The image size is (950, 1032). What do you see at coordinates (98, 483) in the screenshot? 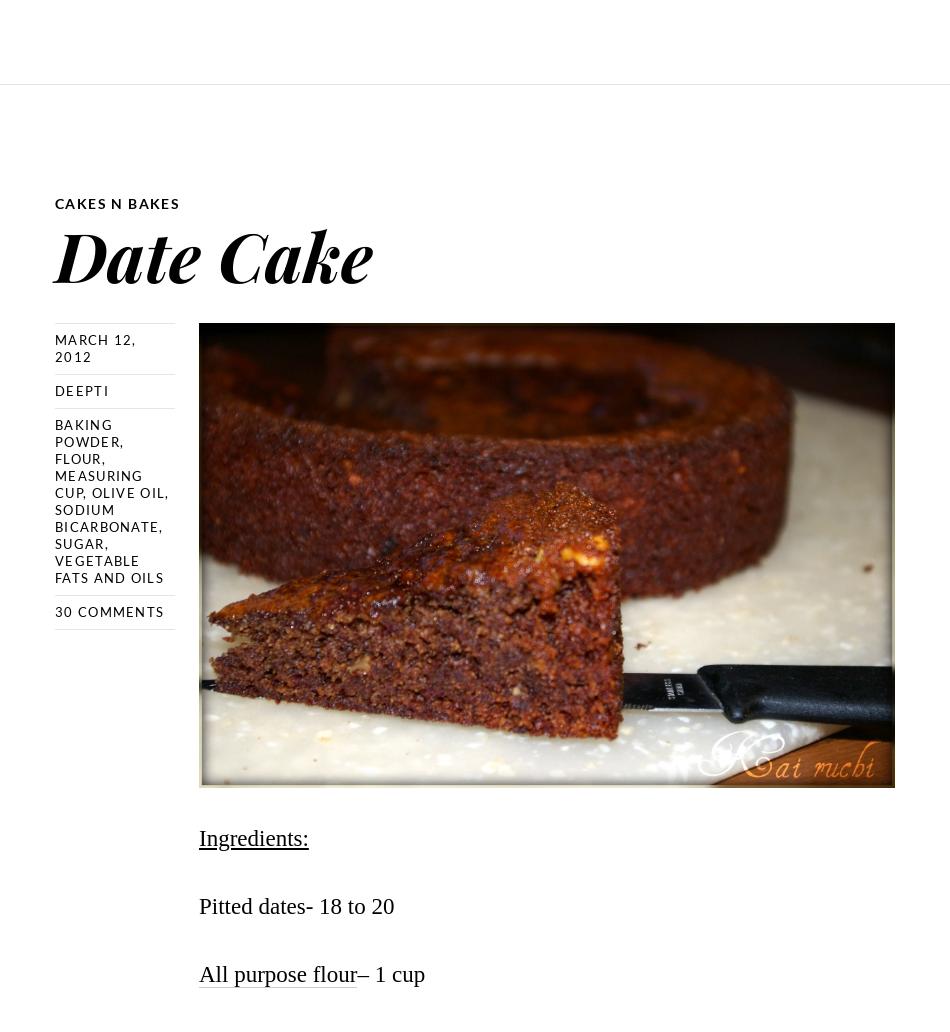
I see `'Measuring cup'` at bounding box center [98, 483].